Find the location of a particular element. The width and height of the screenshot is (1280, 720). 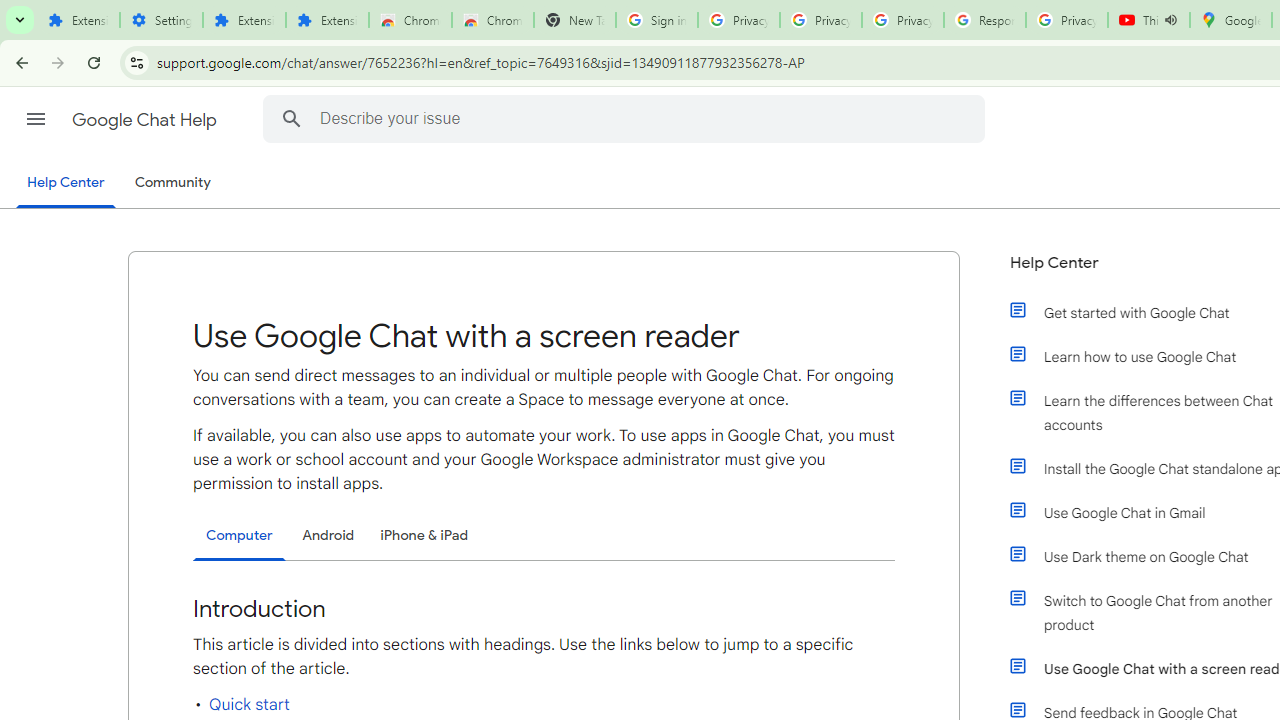

'New Tab' is located at coordinates (573, 20).